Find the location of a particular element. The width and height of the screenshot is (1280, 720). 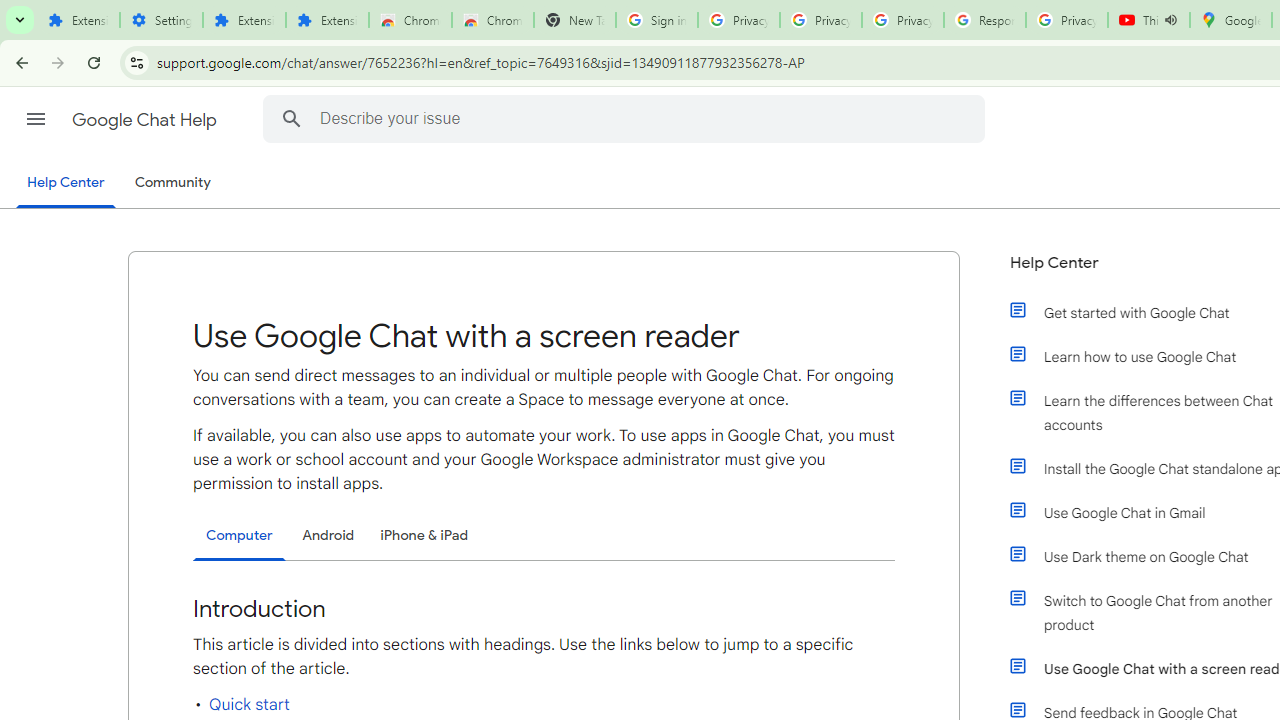

'New Tab' is located at coordinates (573, 20).